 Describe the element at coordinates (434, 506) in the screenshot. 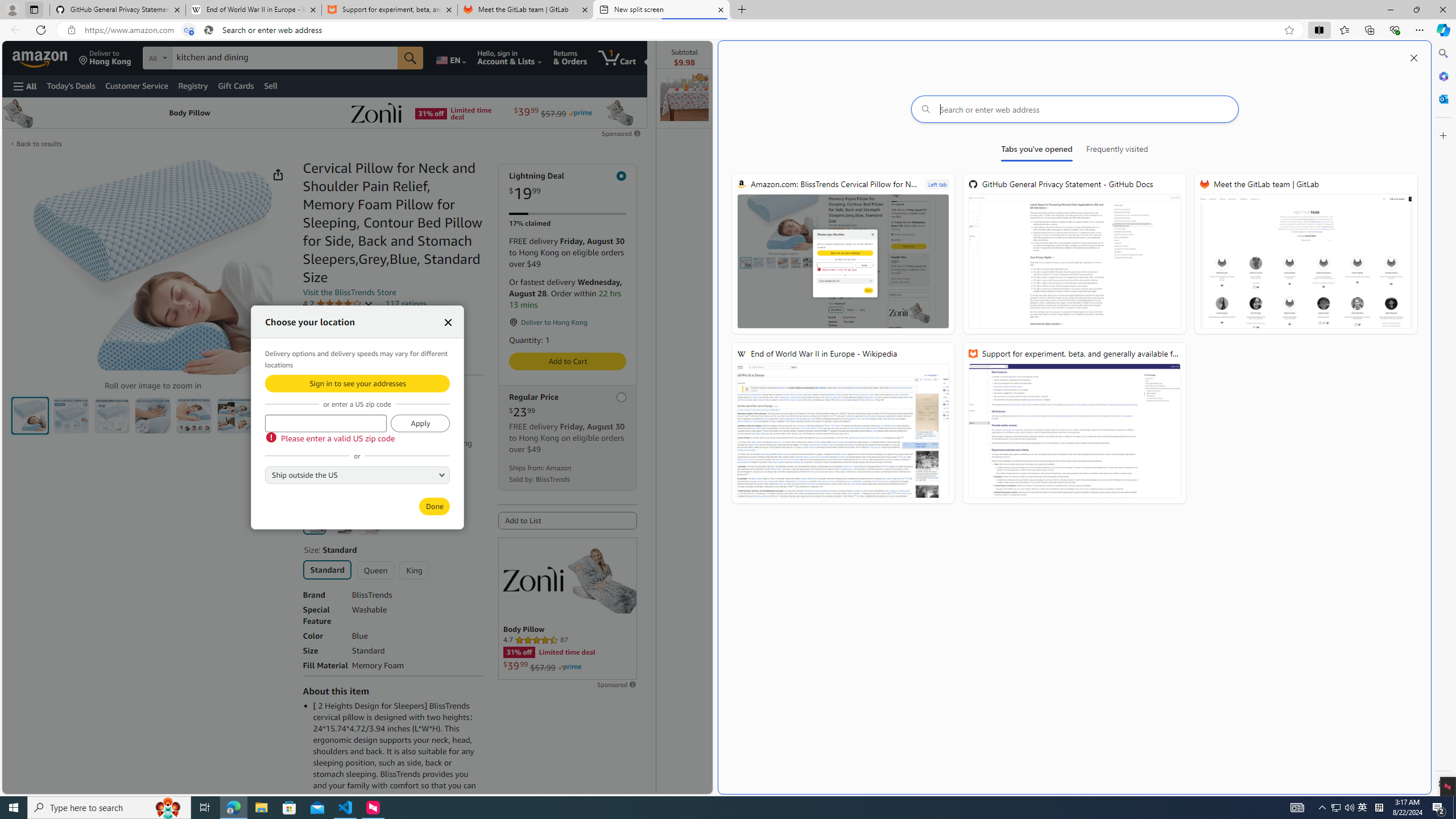

I see `'Done'` at that location.